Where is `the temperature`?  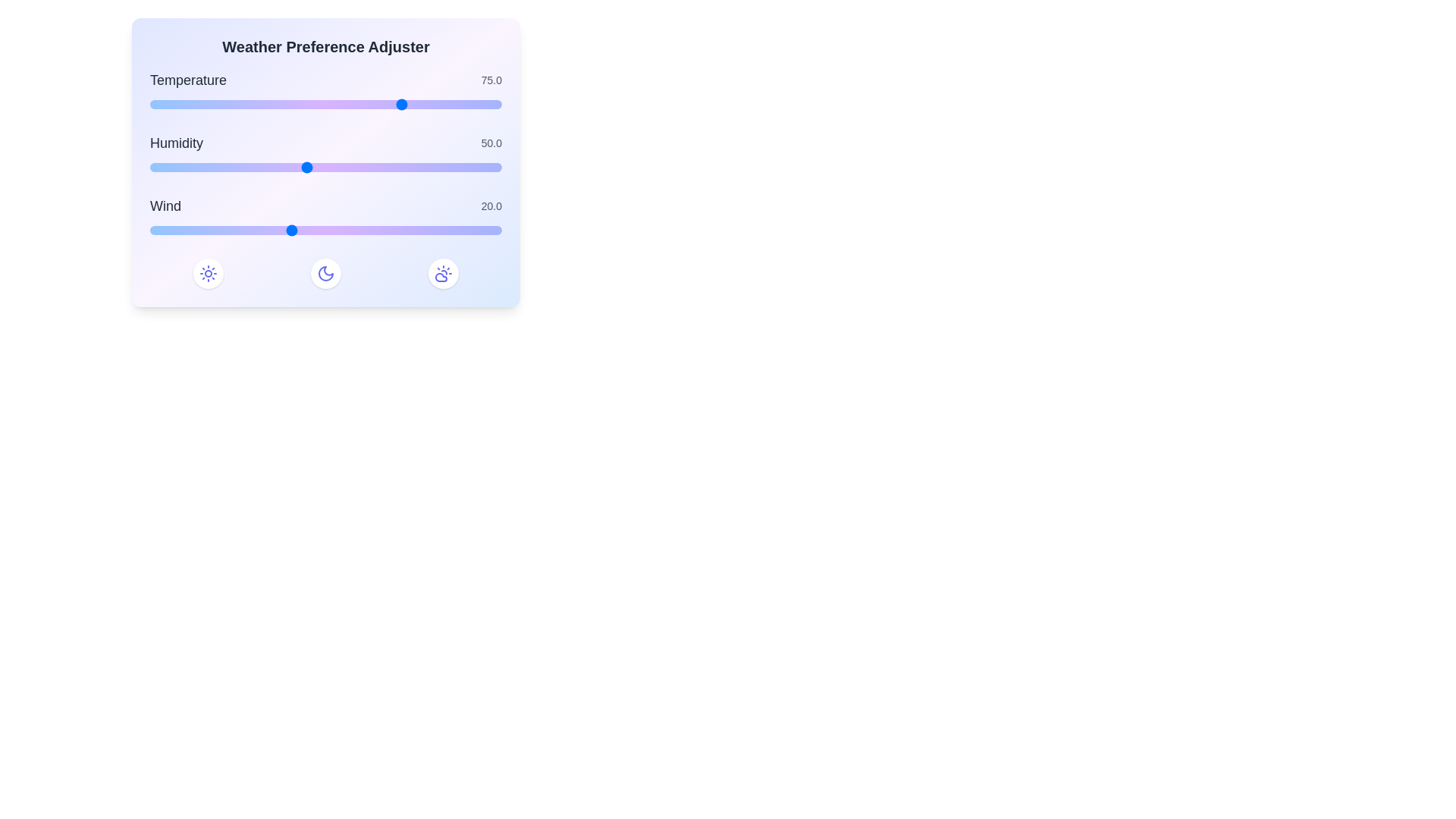
the temperature is located at coordinates (279, 104).